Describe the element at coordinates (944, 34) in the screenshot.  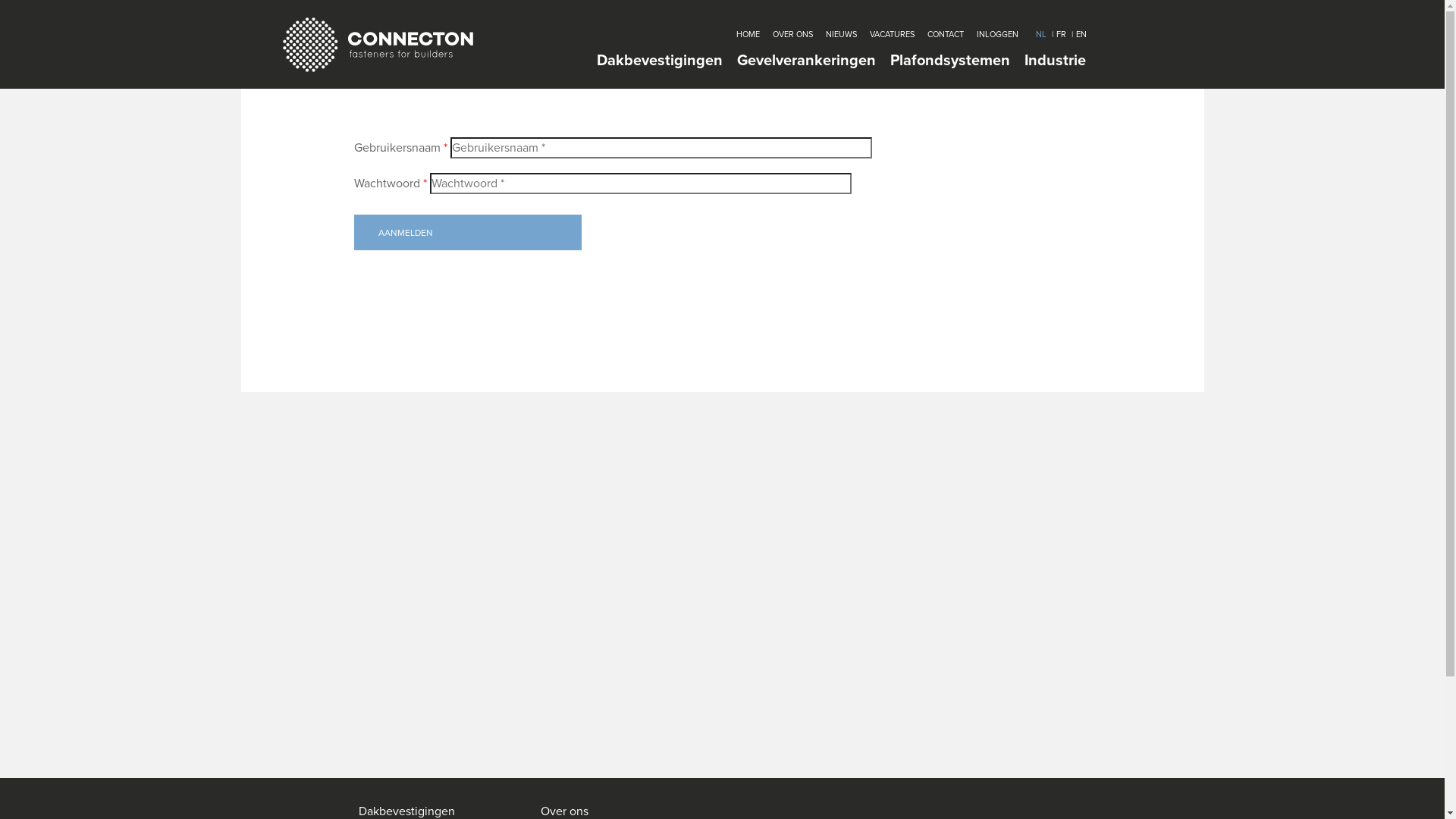
I see `'CONTACT'` at that location.